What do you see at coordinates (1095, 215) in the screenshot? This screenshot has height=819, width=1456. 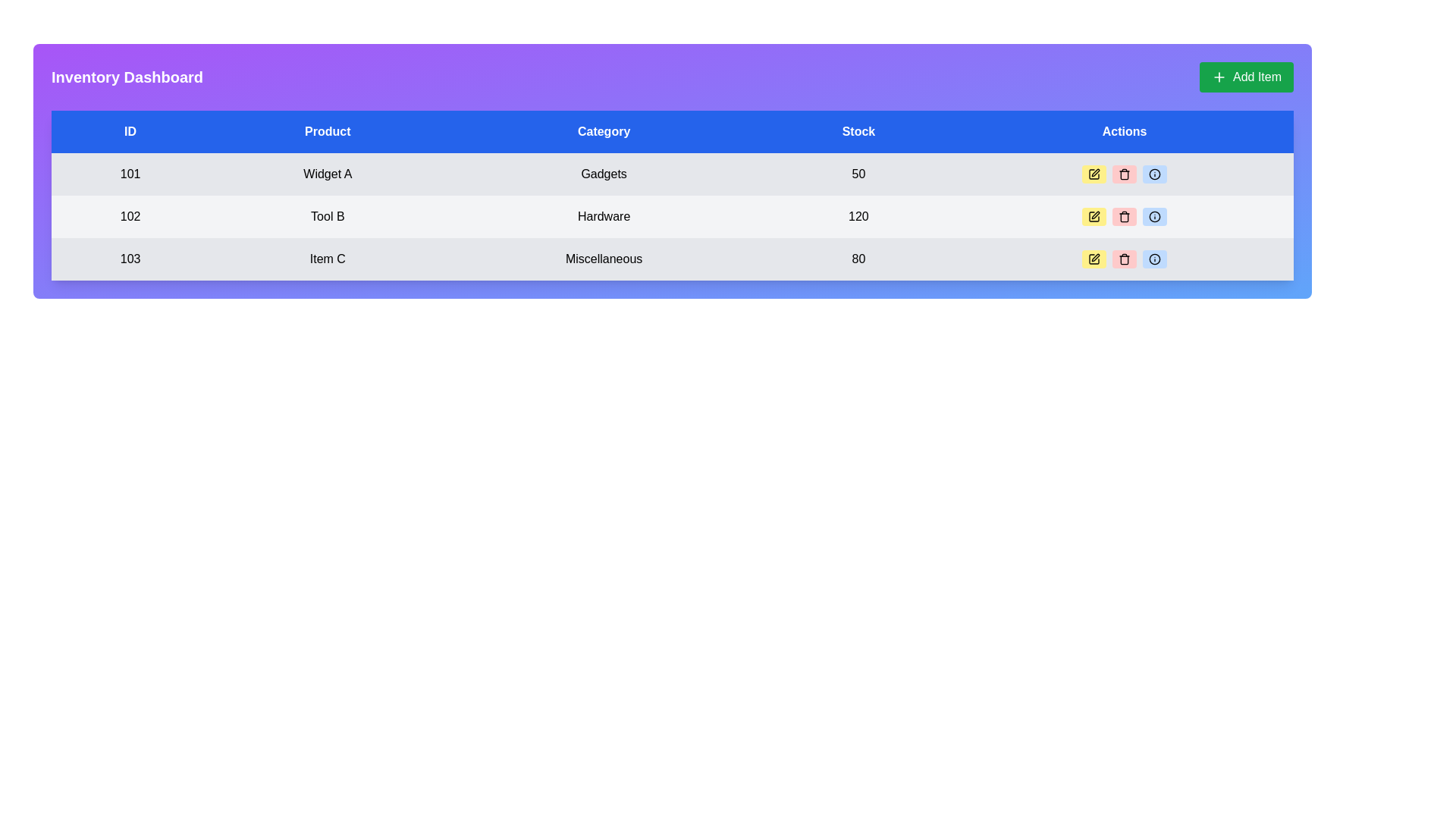 I see `the angled pen icon button in the 'Actions' column of the table to initiate editing for the product labeled 'Tool B'` at bounding box center [1095, 215].